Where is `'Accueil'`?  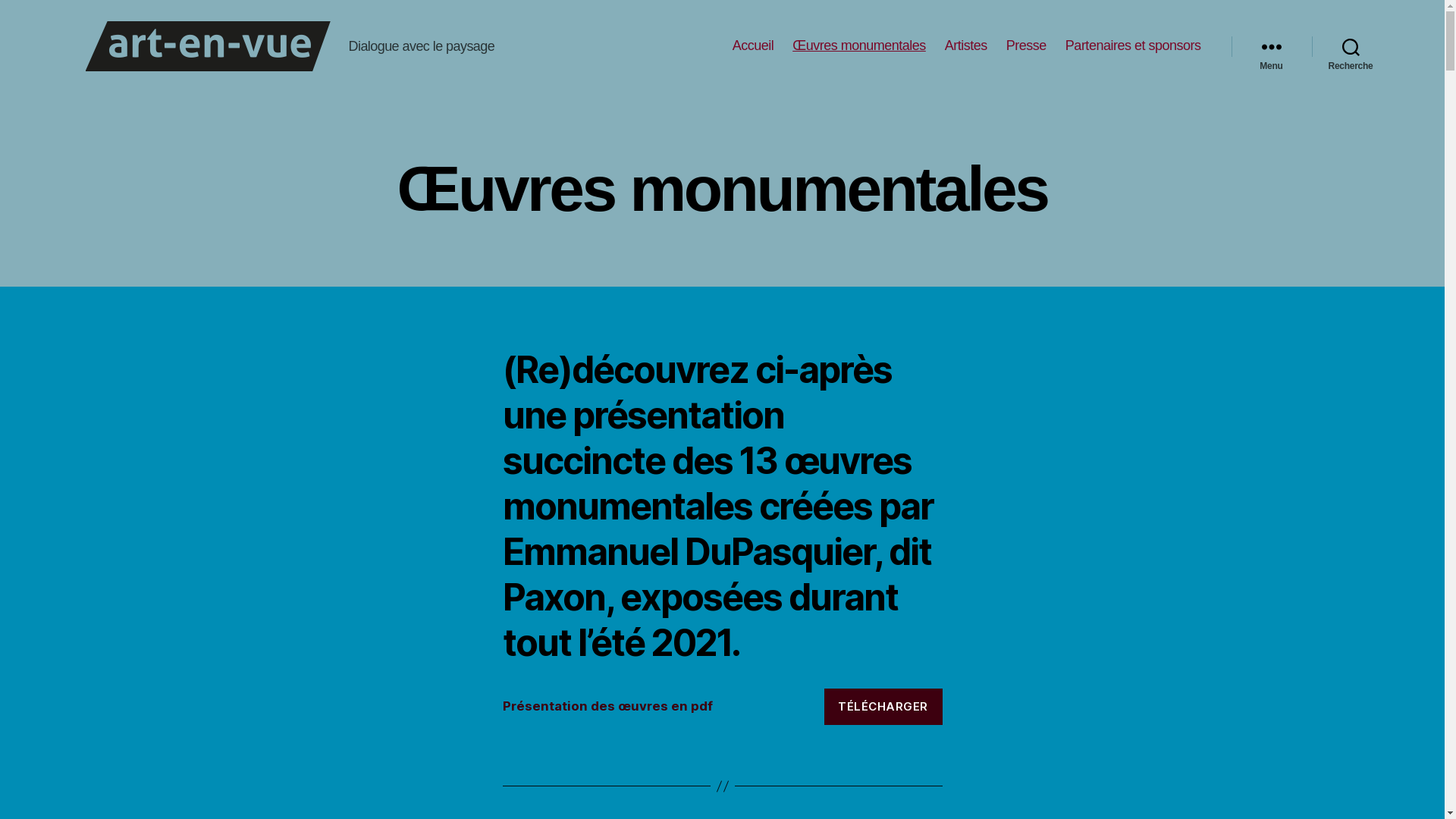
'Accueil' is located at coordinates (753, 45).